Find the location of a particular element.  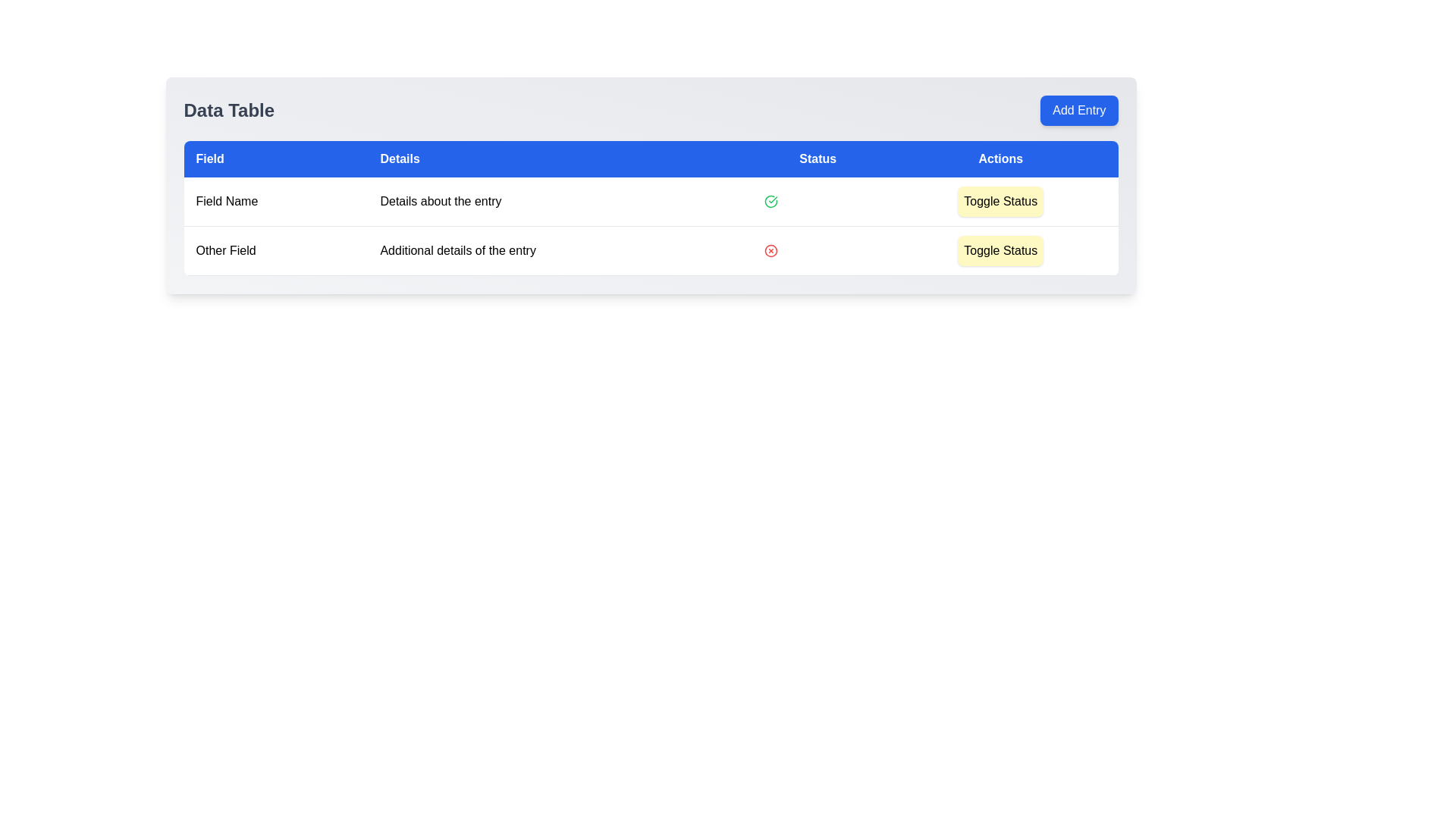

the 'Toggle Status' button, which is a rectangular button with rounded corners, a yellow background, and black text, located in the 'Actions' column of the top row in a table is located at coordinates (1000, 201).